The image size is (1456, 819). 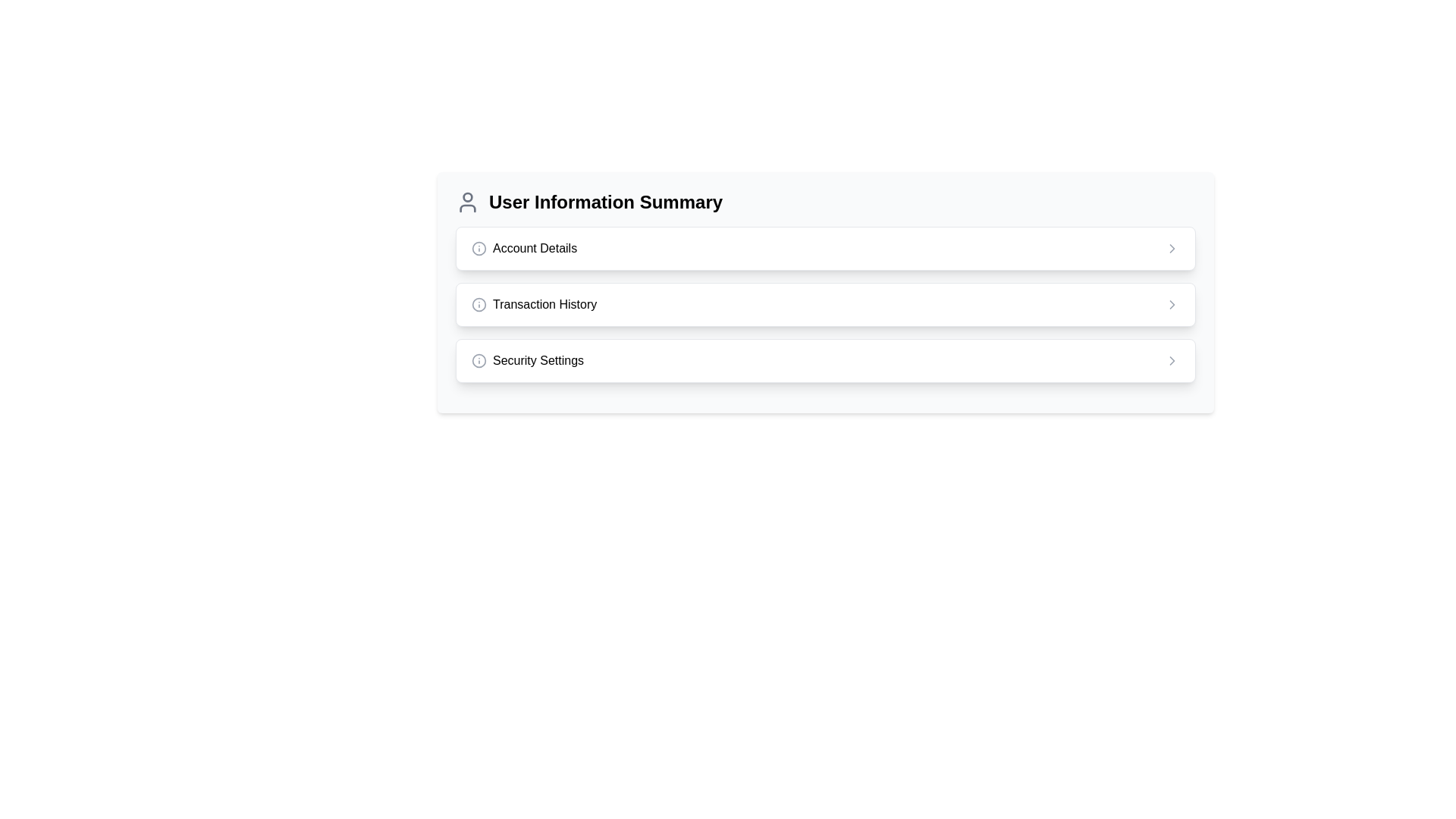 What do you see at coordinates (467, 196) in the screenshot?
I see `the Decorative SVG Circle representing the upper section of the illustrated user icon in the User Information Summary card` at bounding box center [467, 196].